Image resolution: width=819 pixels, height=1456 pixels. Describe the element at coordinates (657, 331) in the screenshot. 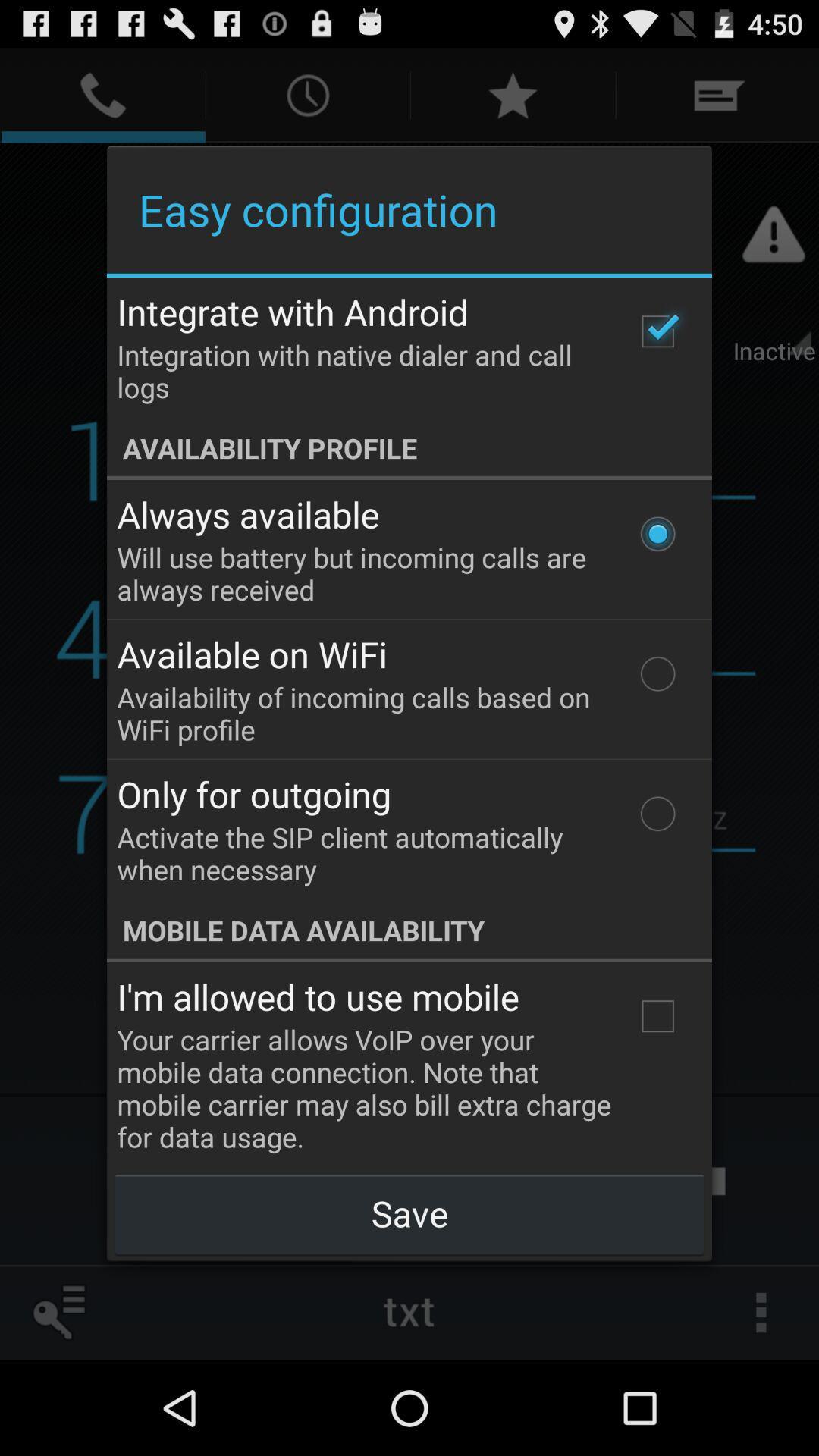

I see `item next to the integrate with android` at that location.